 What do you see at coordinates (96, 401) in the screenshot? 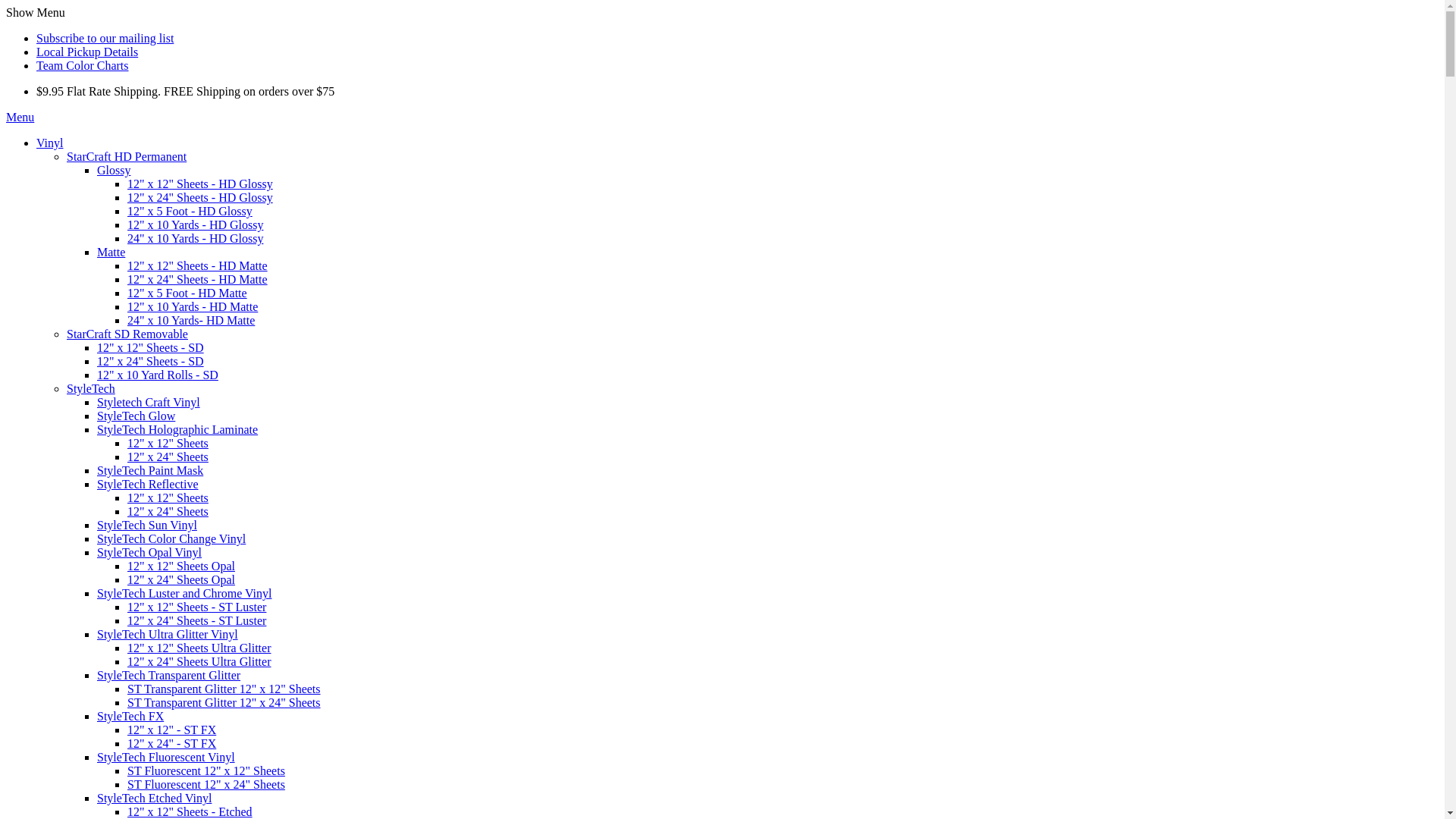
I see `'Styletech Craft Vinyl'` at bounding box center [96, 401].